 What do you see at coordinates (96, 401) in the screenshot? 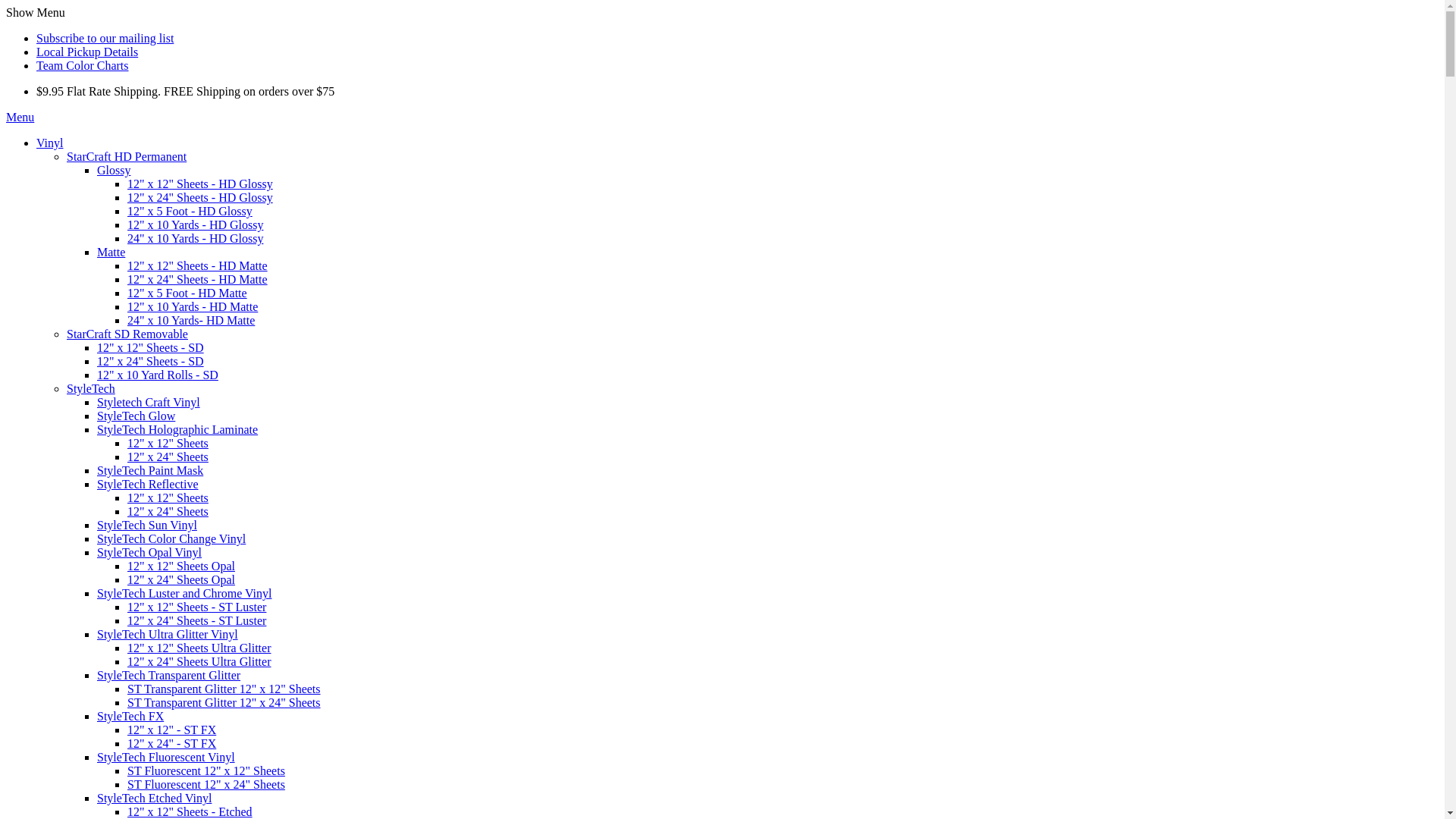
I see `'Styletech Craft Vinyl'` at bounding box center [96, 401].